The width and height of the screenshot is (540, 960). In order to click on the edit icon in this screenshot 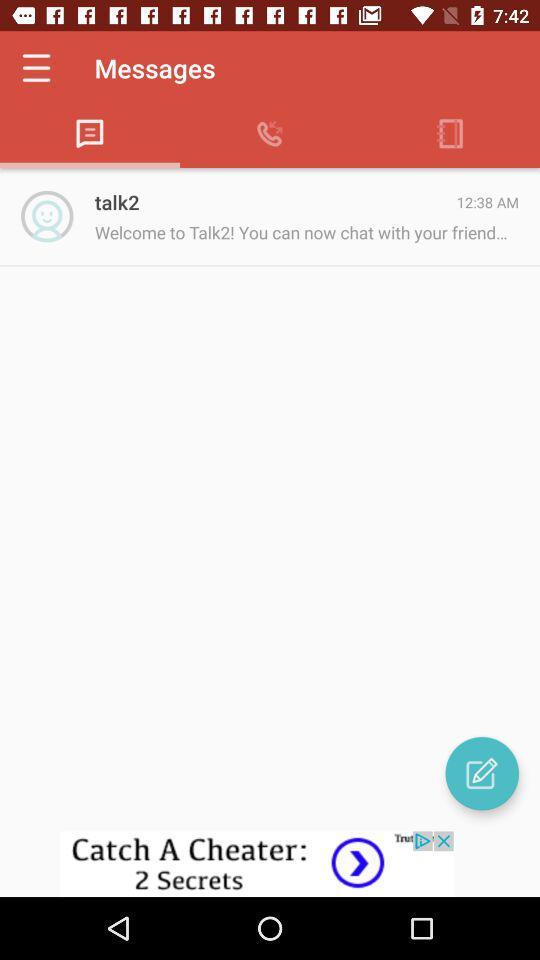, I will do `click(481, 772)`.